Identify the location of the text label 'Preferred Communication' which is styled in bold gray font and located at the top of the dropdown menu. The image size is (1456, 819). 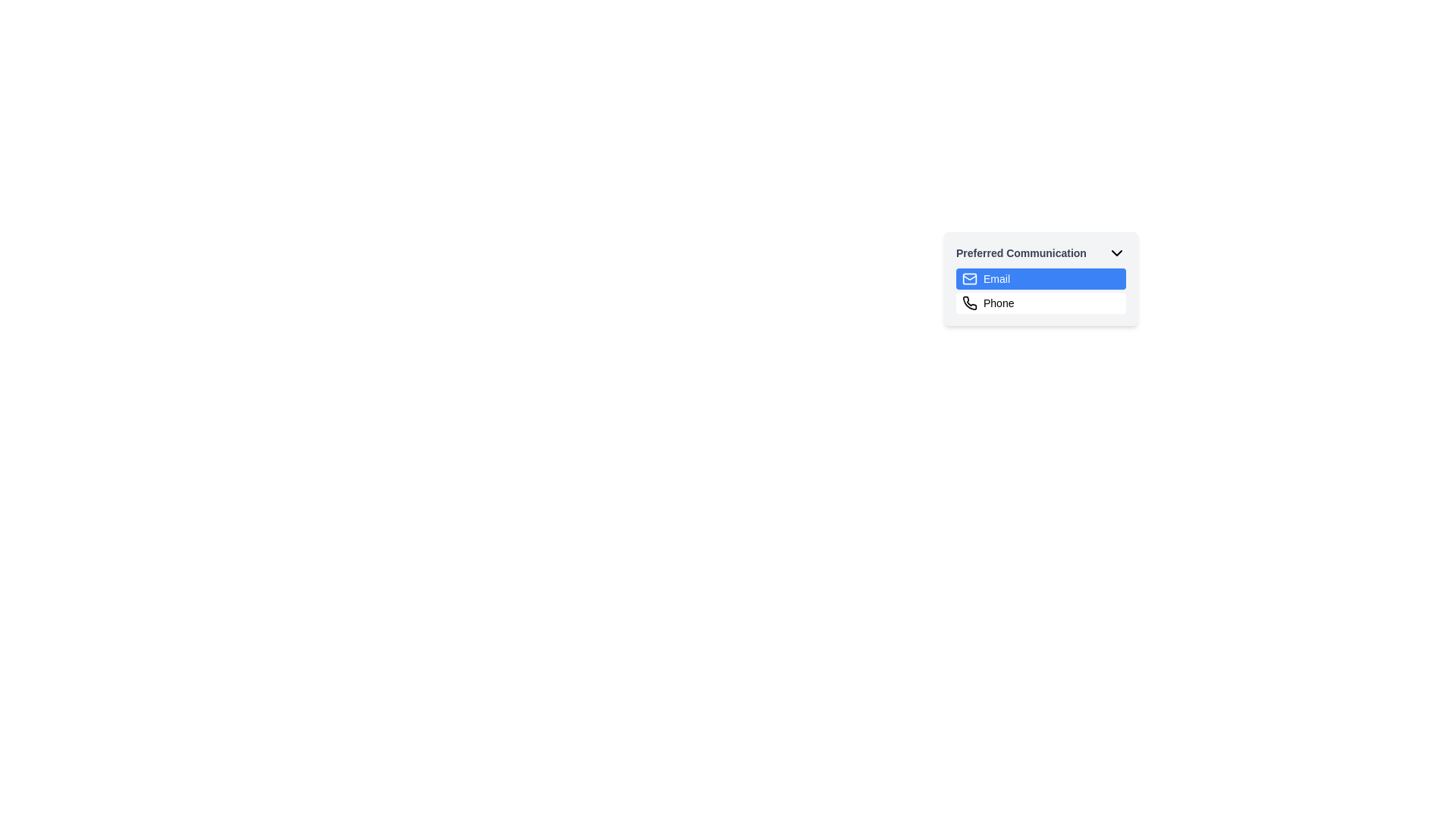
(1021, 253).